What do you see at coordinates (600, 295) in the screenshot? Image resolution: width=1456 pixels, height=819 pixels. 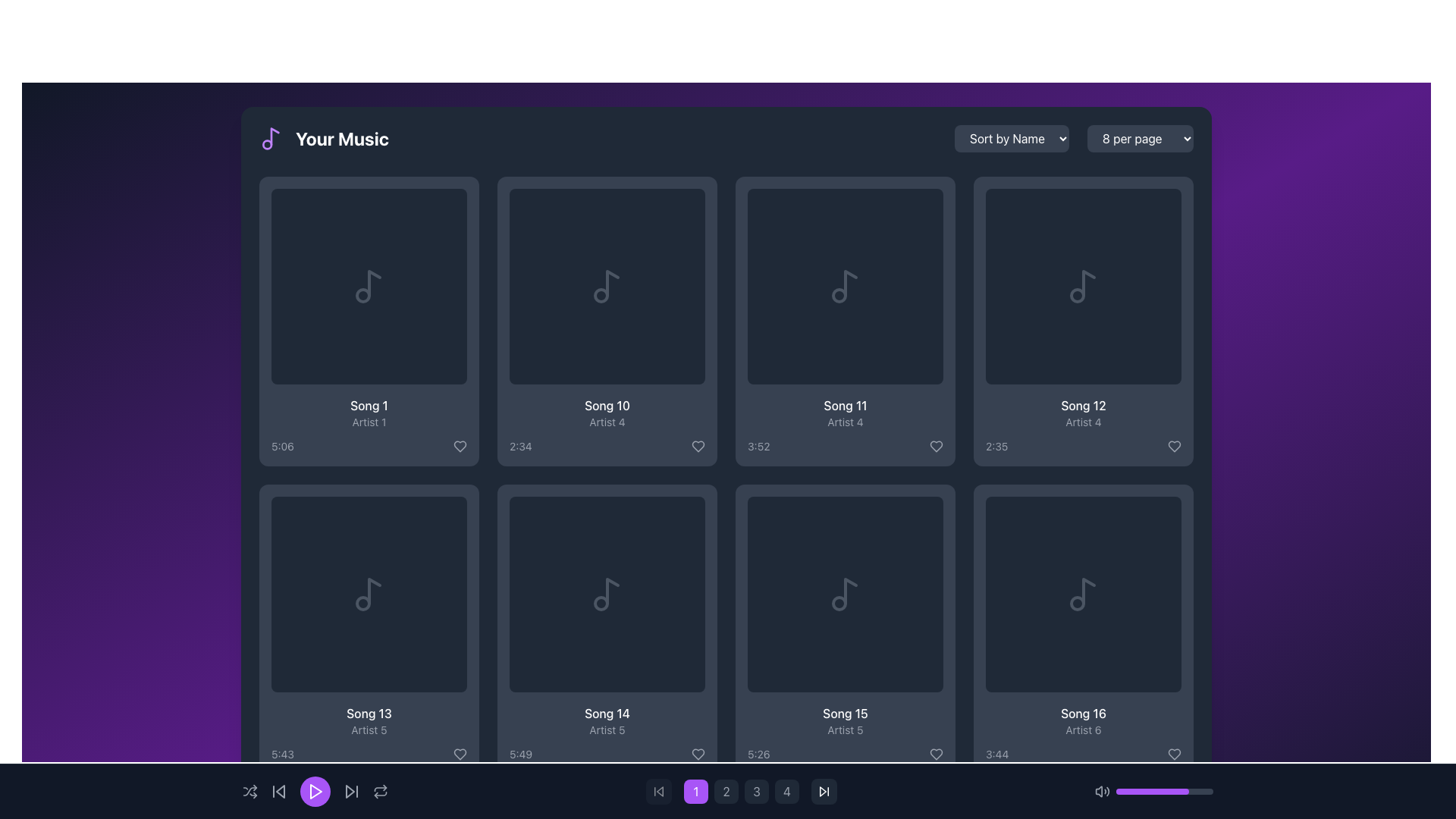 I see `the circle representing the musical note icon for 'Song 10' within the SVG graphic that is centered in the card layout` at bounding box center [600, 295].